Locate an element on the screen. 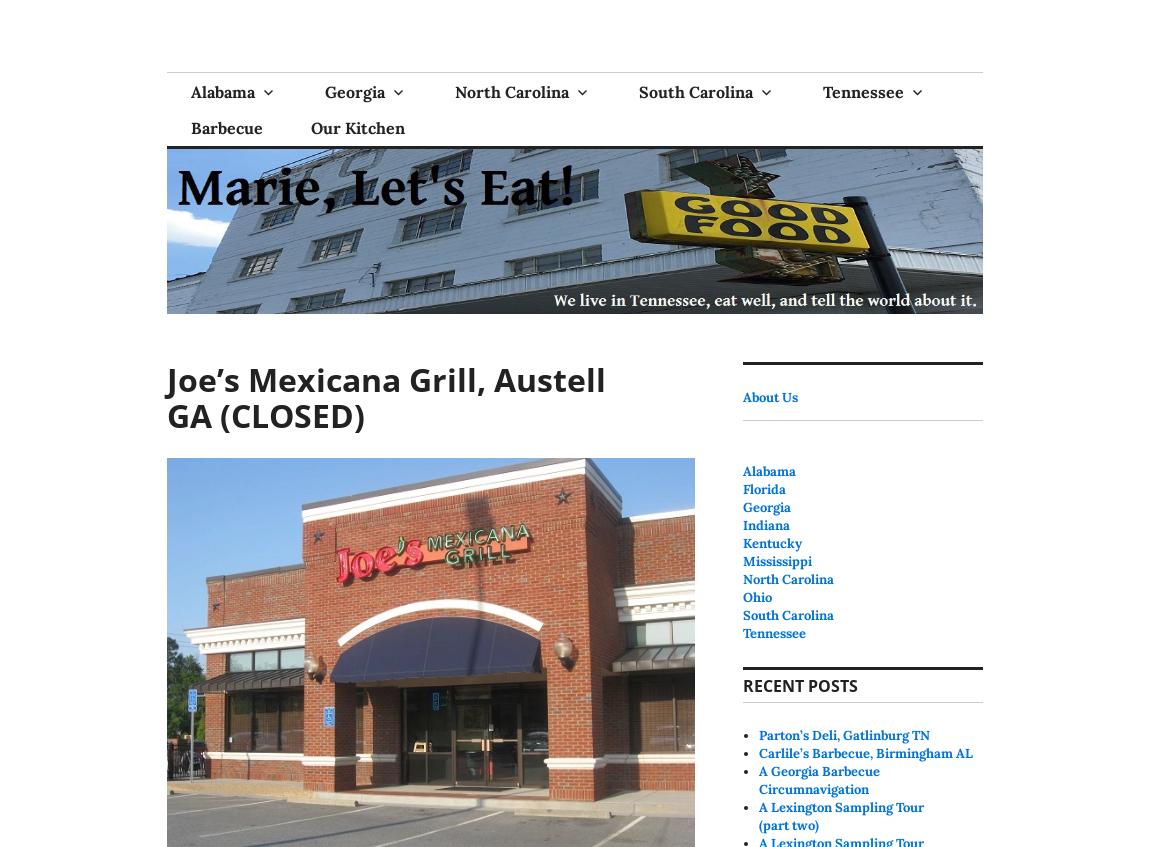  'North Carolina' is located at coordinates (787, 578).